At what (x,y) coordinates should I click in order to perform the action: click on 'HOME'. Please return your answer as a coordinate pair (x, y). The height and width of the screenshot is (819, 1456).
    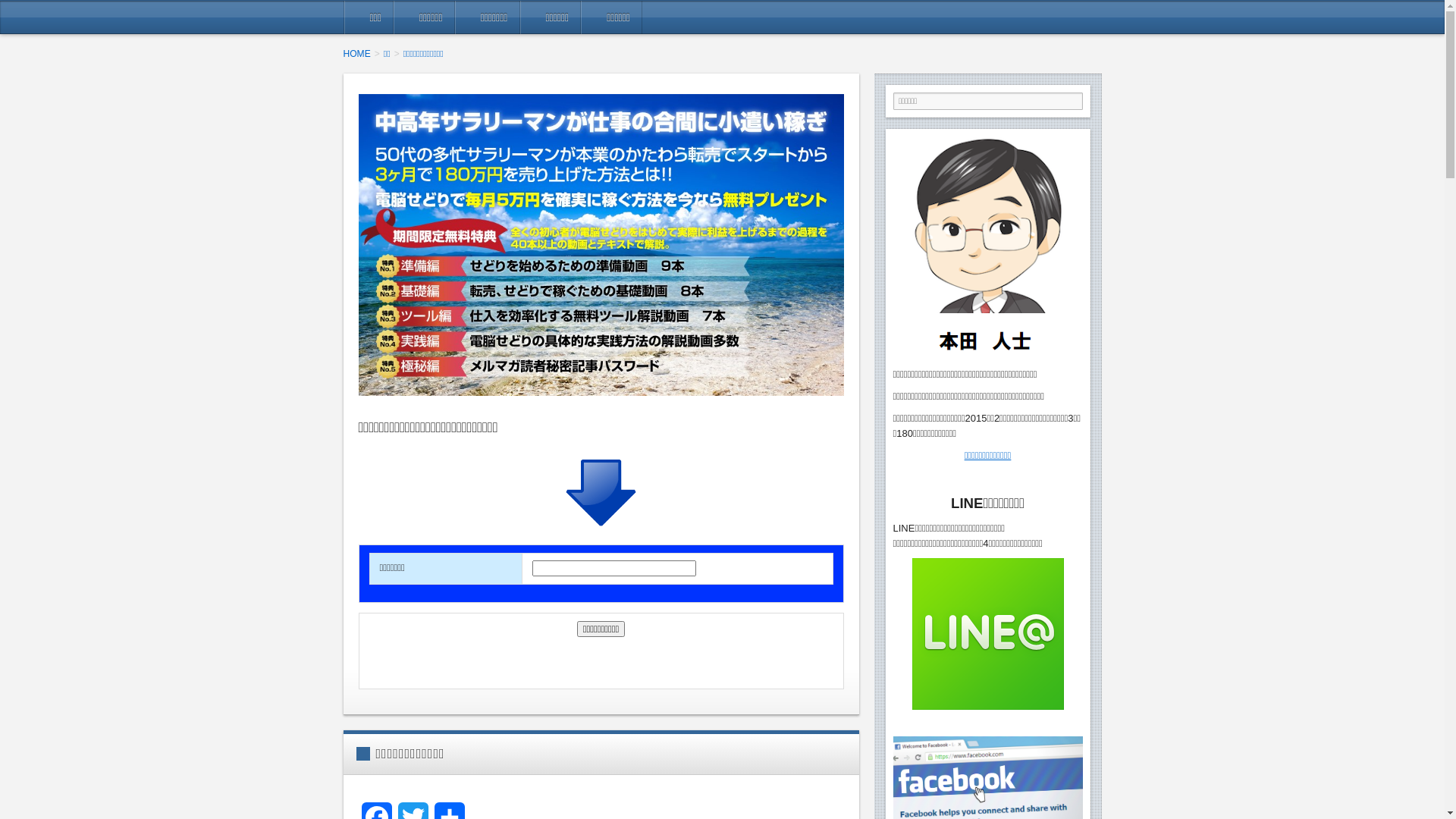
    Looking at the image, I should click on (359, 52).